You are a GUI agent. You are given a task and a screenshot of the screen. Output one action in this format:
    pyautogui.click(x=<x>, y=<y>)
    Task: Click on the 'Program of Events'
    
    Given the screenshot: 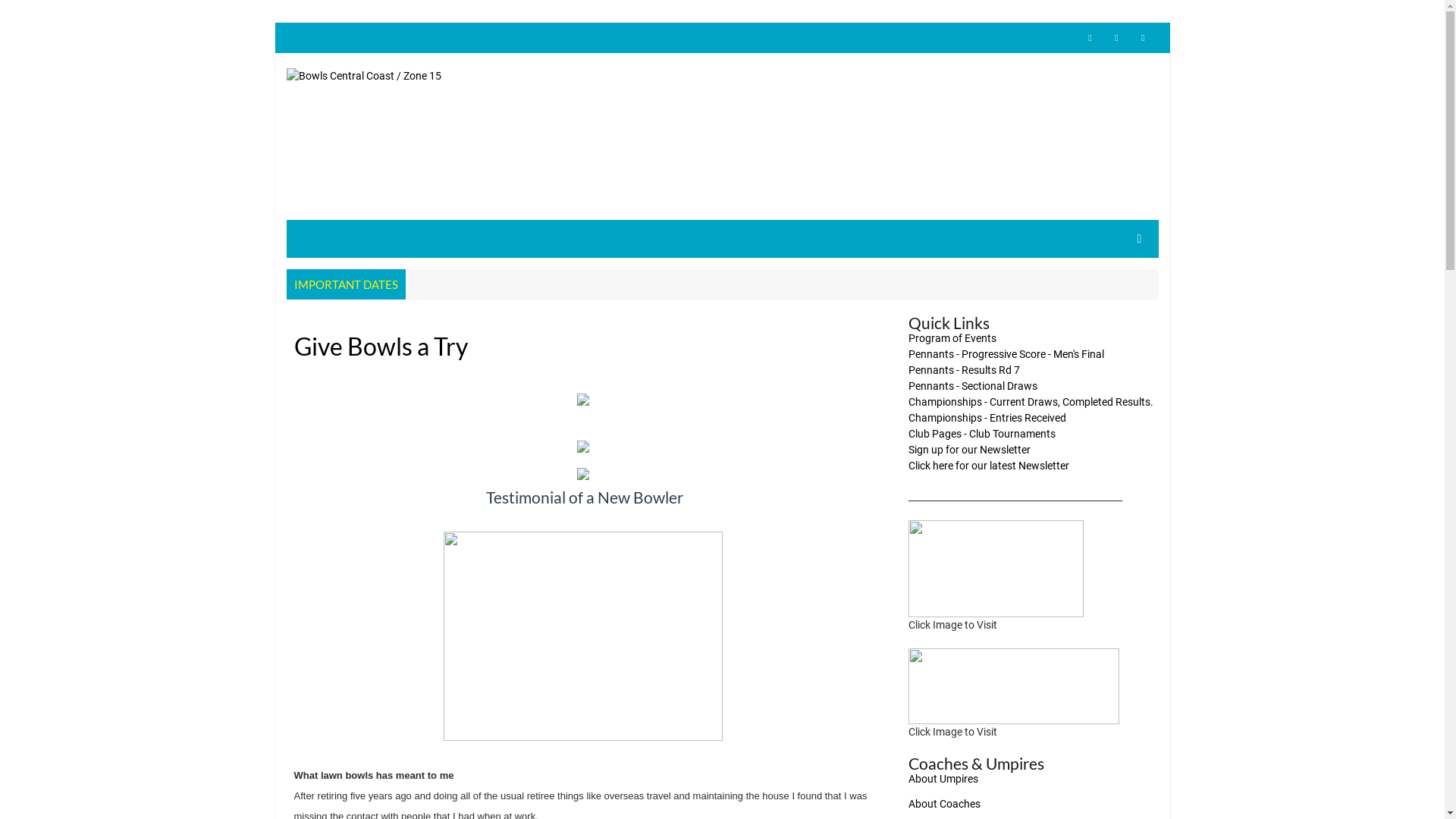 What is the action you would take?
    pyautogui.click(x=952, y=337)
    